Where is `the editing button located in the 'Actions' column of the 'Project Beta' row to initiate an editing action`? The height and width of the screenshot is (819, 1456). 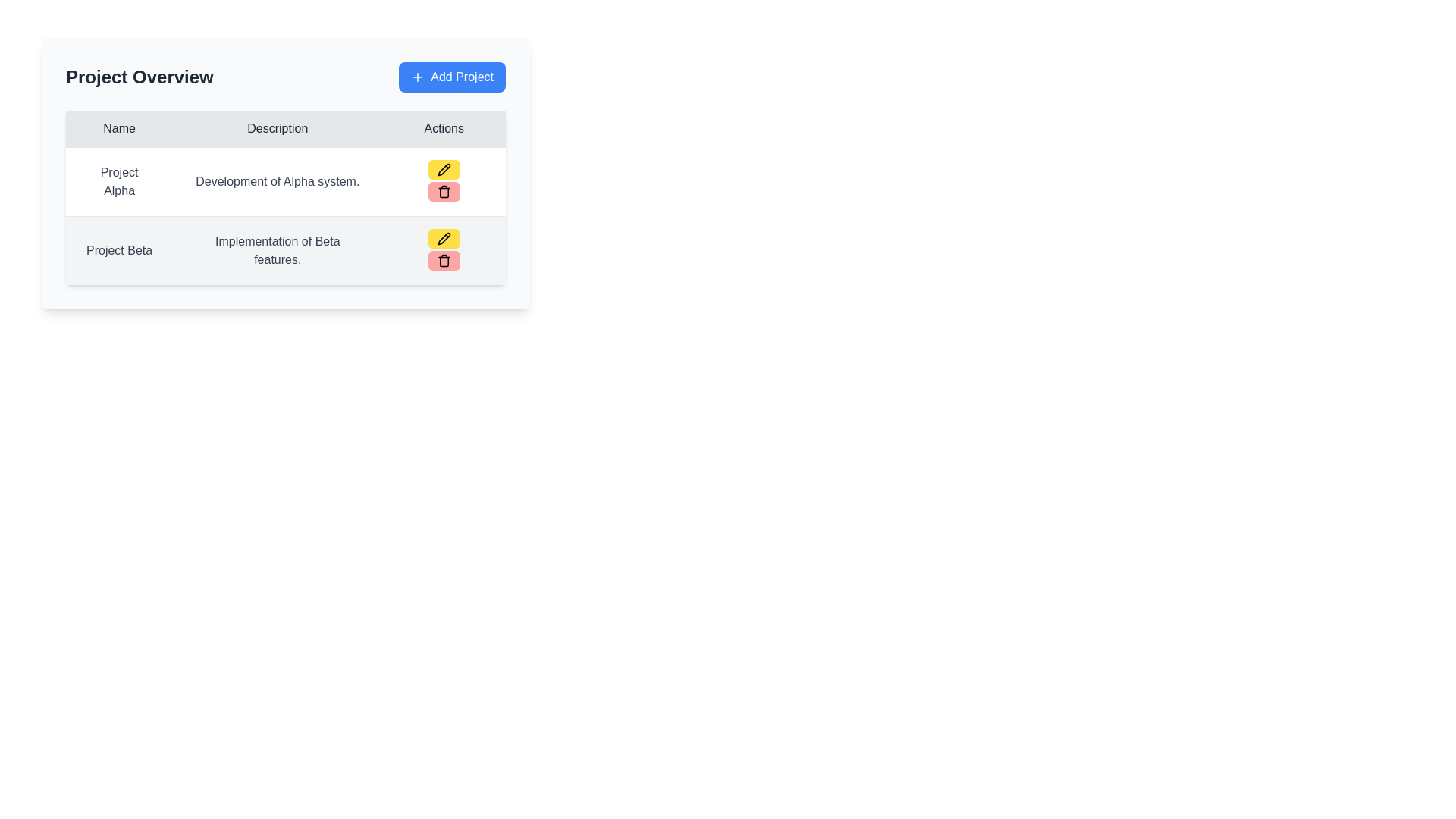 the editing button located in the 'Actions' column of the 'Project Beta' row to initiate an editing action is located at coordinates (443, 239).